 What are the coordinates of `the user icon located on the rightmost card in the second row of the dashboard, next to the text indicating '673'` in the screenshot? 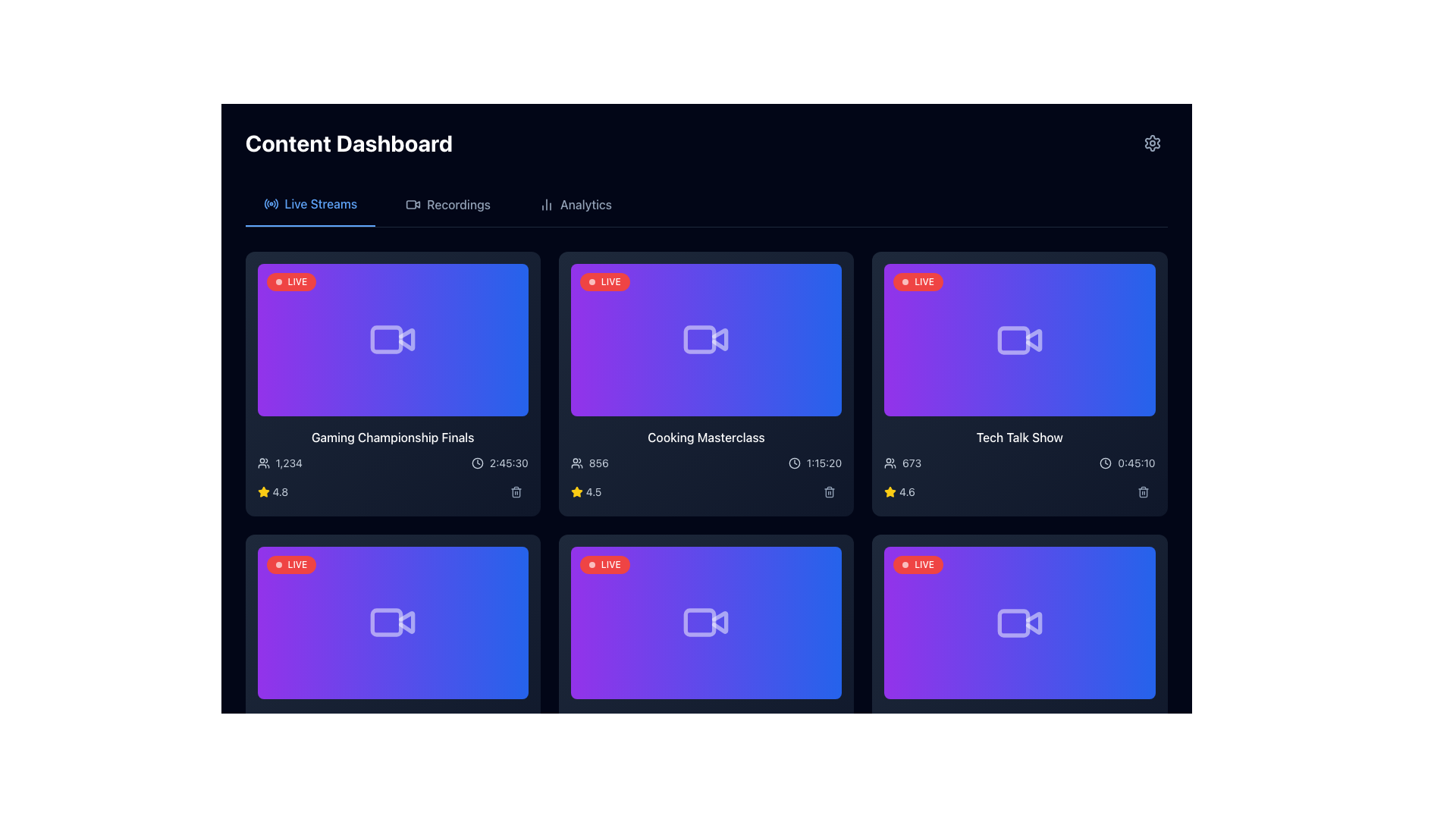 It's located at (890, 462).